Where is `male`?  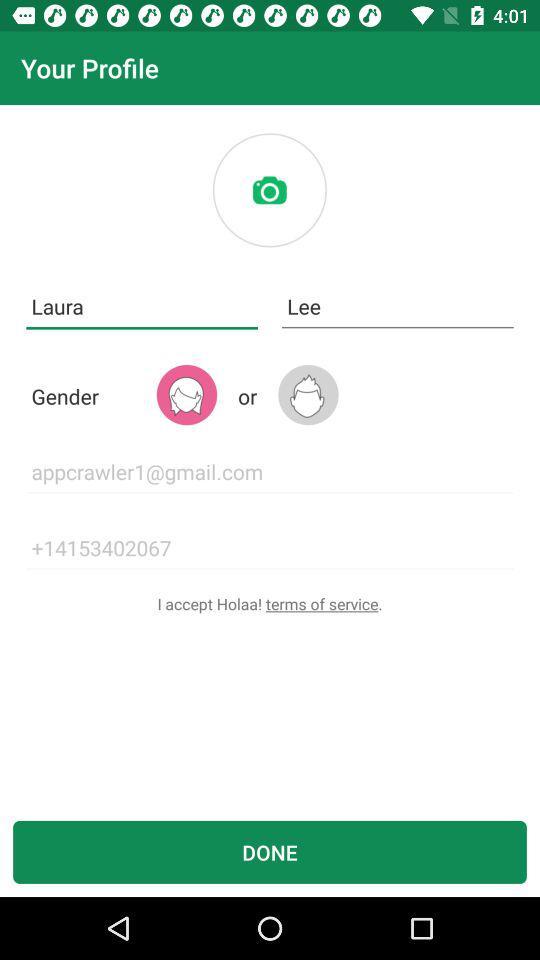
male is located at coordinates (308, 394).